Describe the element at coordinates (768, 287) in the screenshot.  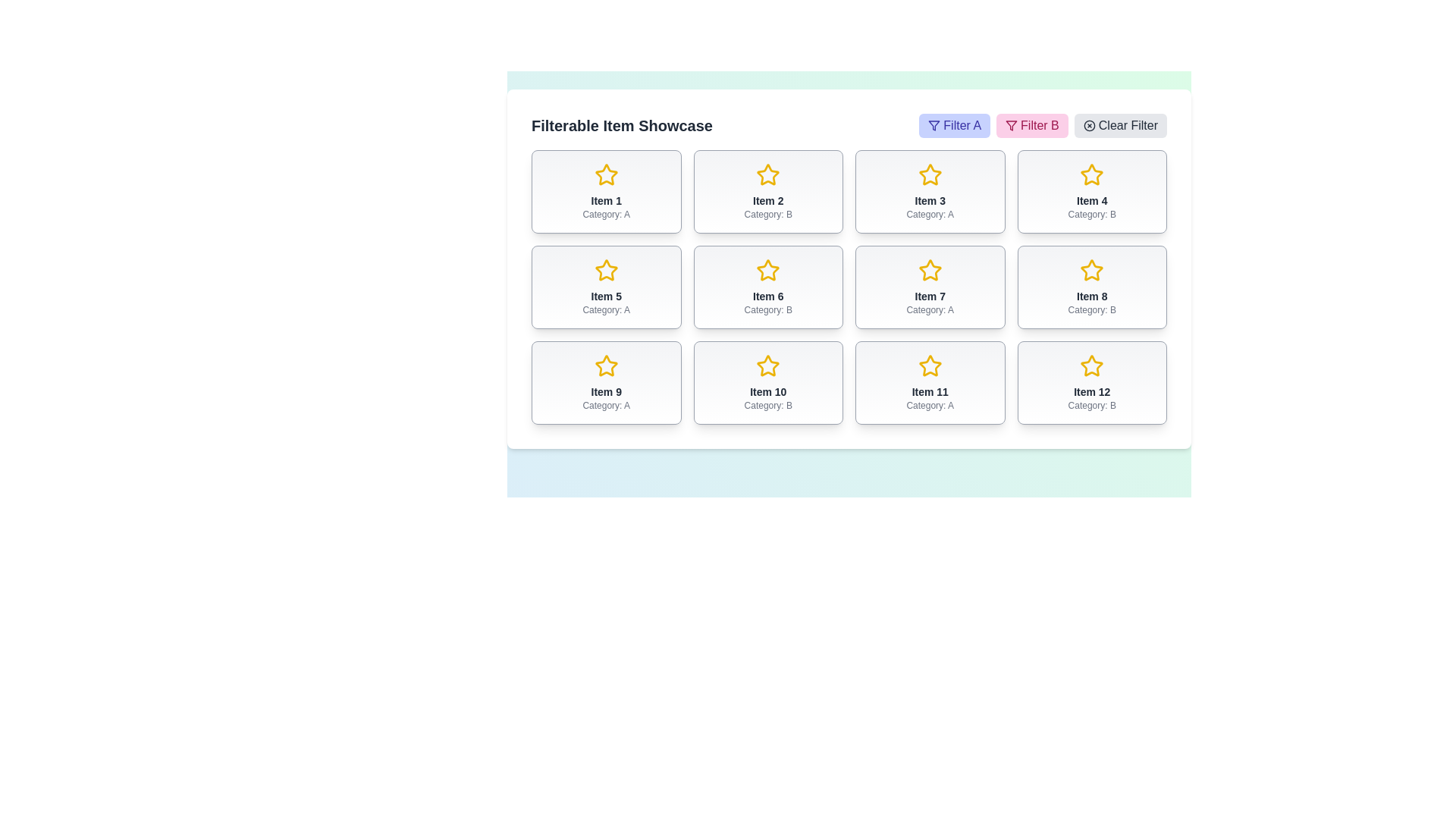
I see `the Information Card labeled 'Item 6' in category 'B', located in the second row and third column of the grid layout` at that location.